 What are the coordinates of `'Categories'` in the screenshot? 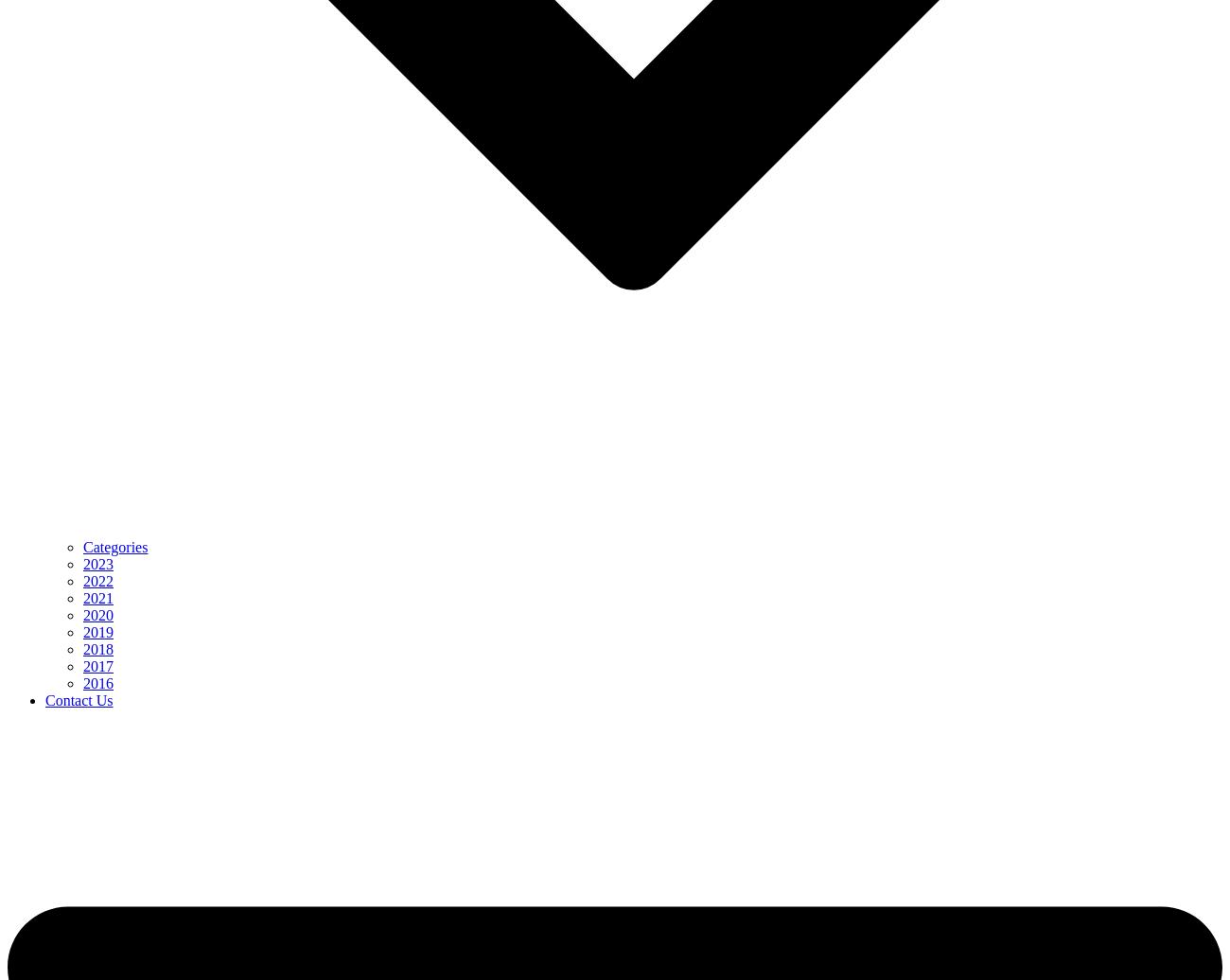 It's located at (114, 547).